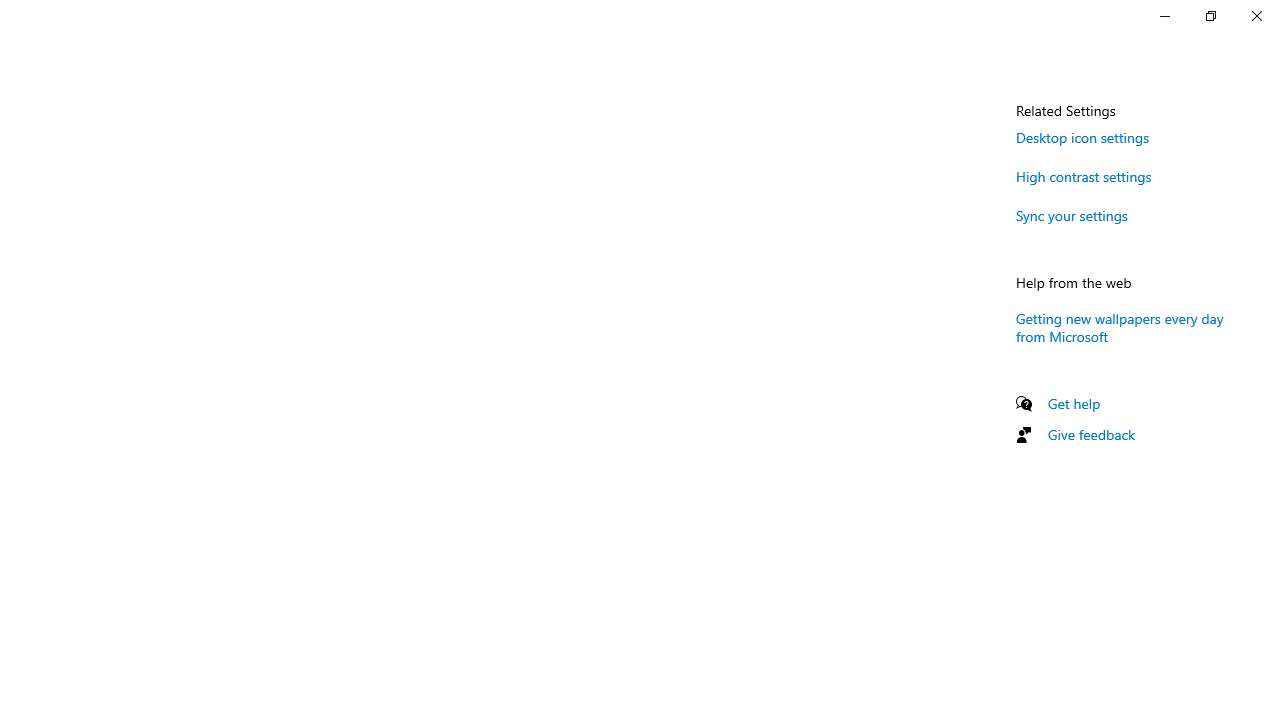 The height and width of the screenshot is (720, 1280). Describe the element at coordinates (1209, 15) in the screenshot. I see `'Restore Settings'` at that location.